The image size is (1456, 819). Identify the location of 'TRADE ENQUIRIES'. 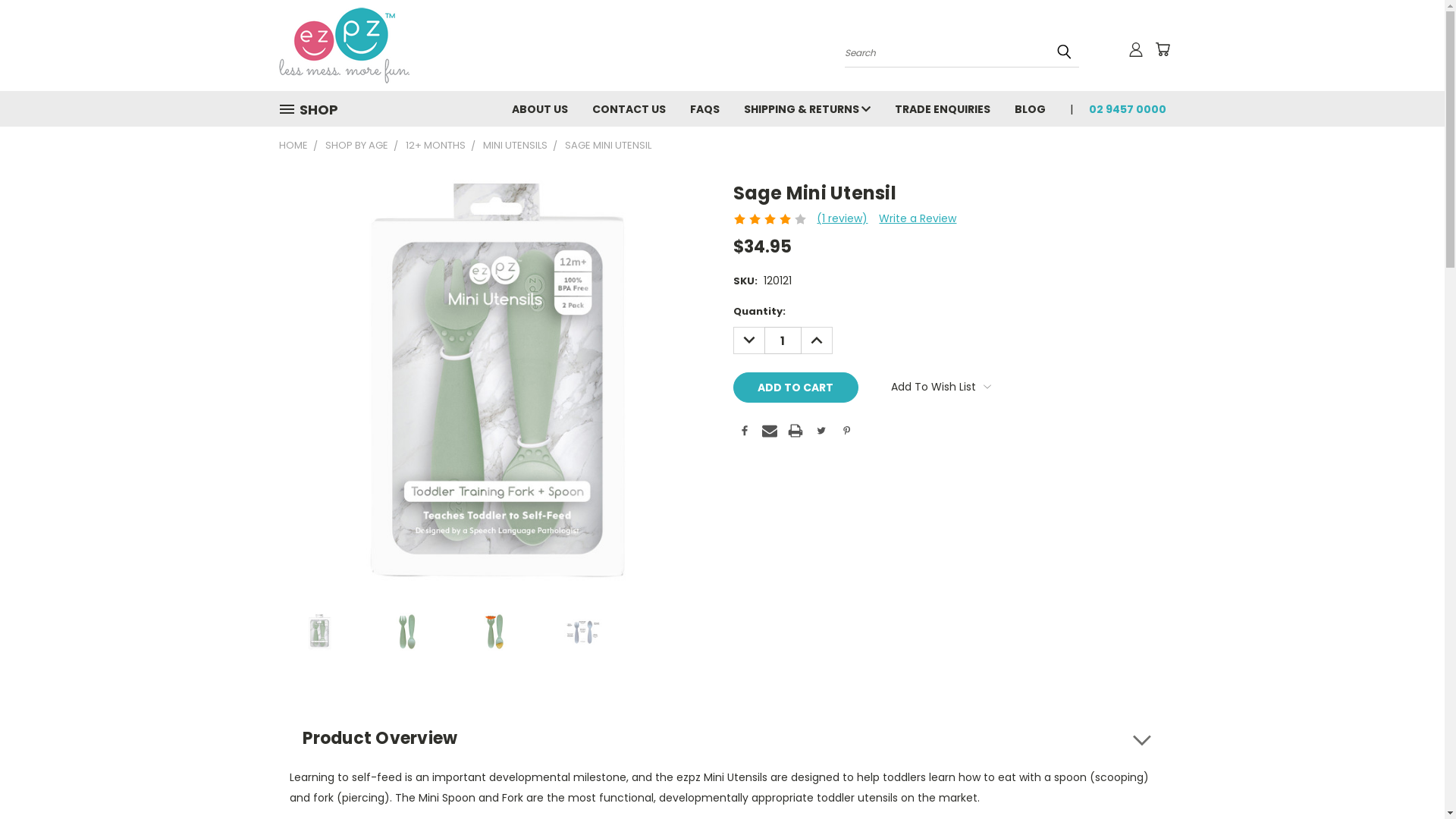
(942, 107).